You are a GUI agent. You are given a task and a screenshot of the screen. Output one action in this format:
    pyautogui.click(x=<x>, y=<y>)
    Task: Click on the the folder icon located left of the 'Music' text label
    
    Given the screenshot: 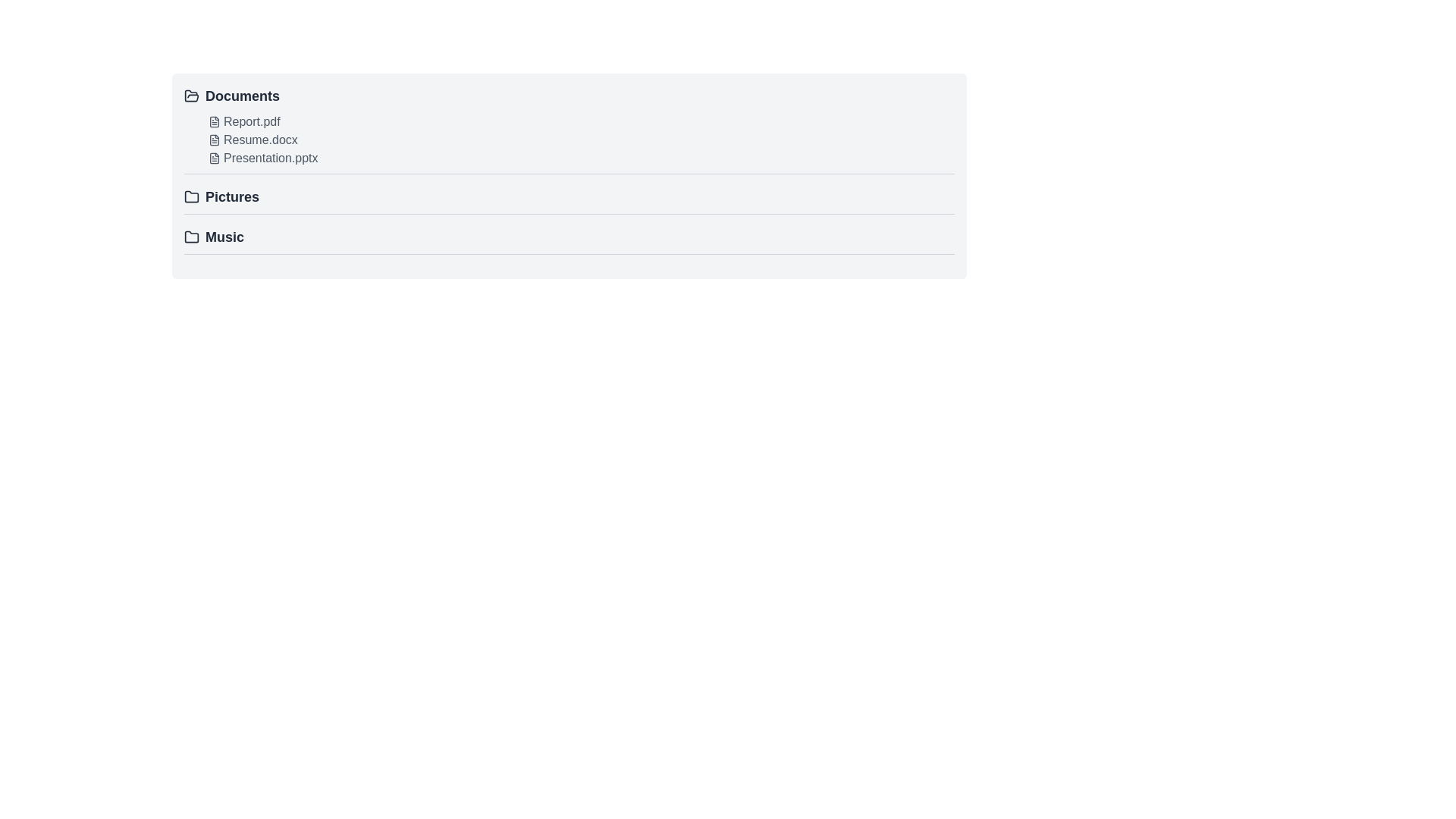 What is the action you would take?
    pyautogui.click(x=191, y=237)
    